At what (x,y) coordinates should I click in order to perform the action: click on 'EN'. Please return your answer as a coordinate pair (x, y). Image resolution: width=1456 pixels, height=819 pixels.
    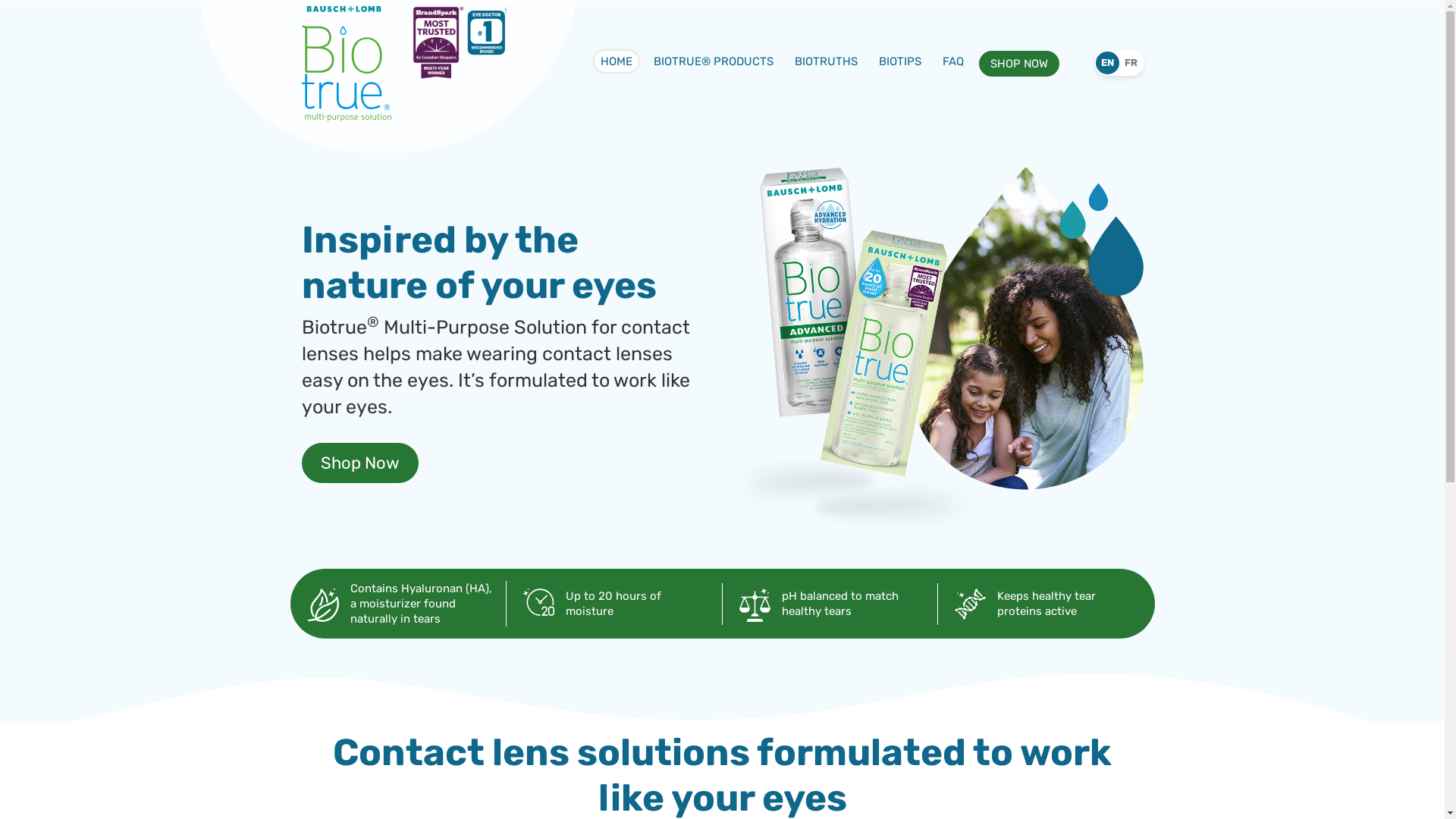
    Looking at the image, I should click on (1095, 62).